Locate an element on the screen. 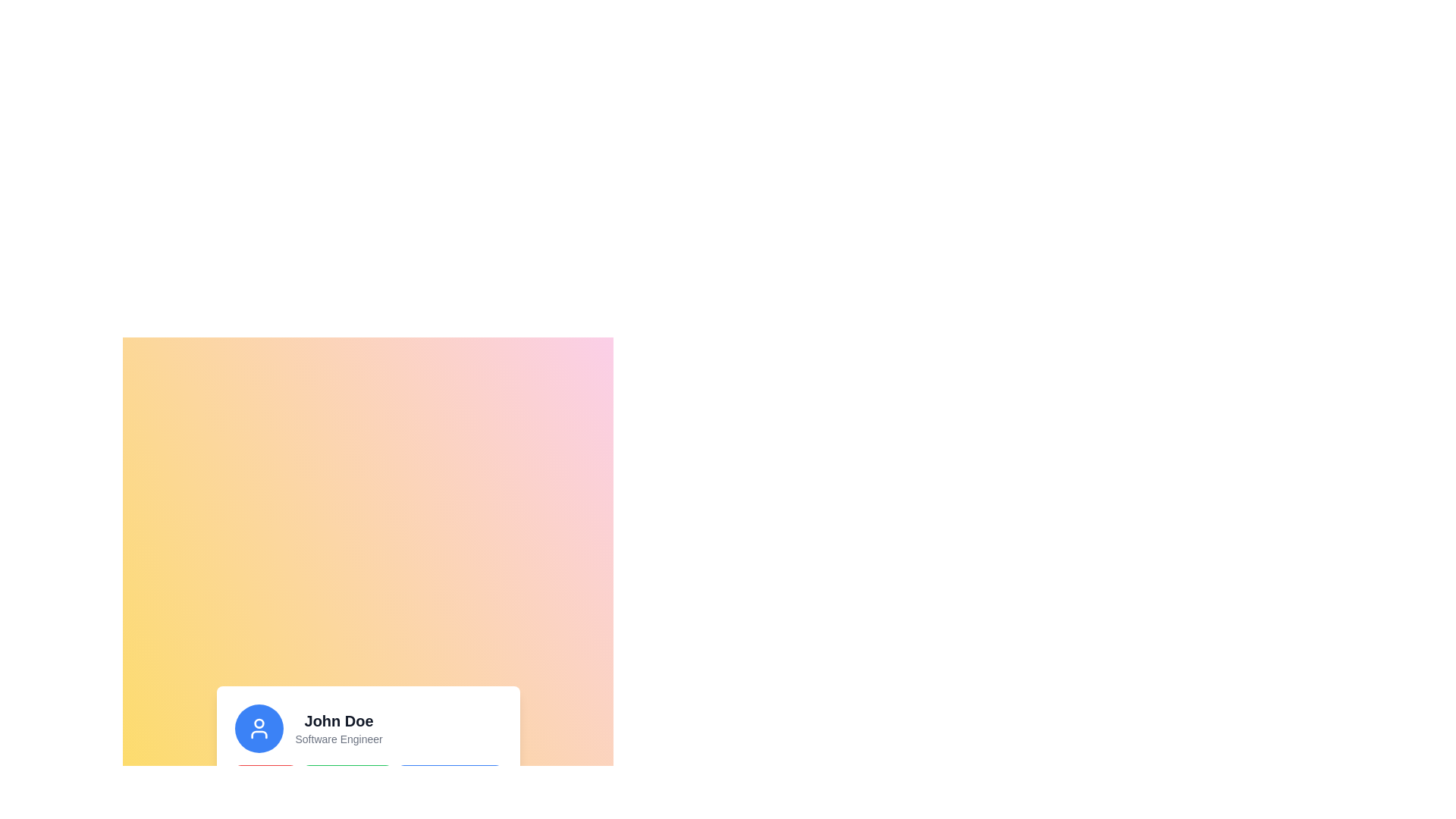 This screenshot has width=1456, height=819. the lower curved part of the user profile icon vector graphic, which has a smooth stroke and is located above the text 'John Doe' is located at coordinates (259, 733).